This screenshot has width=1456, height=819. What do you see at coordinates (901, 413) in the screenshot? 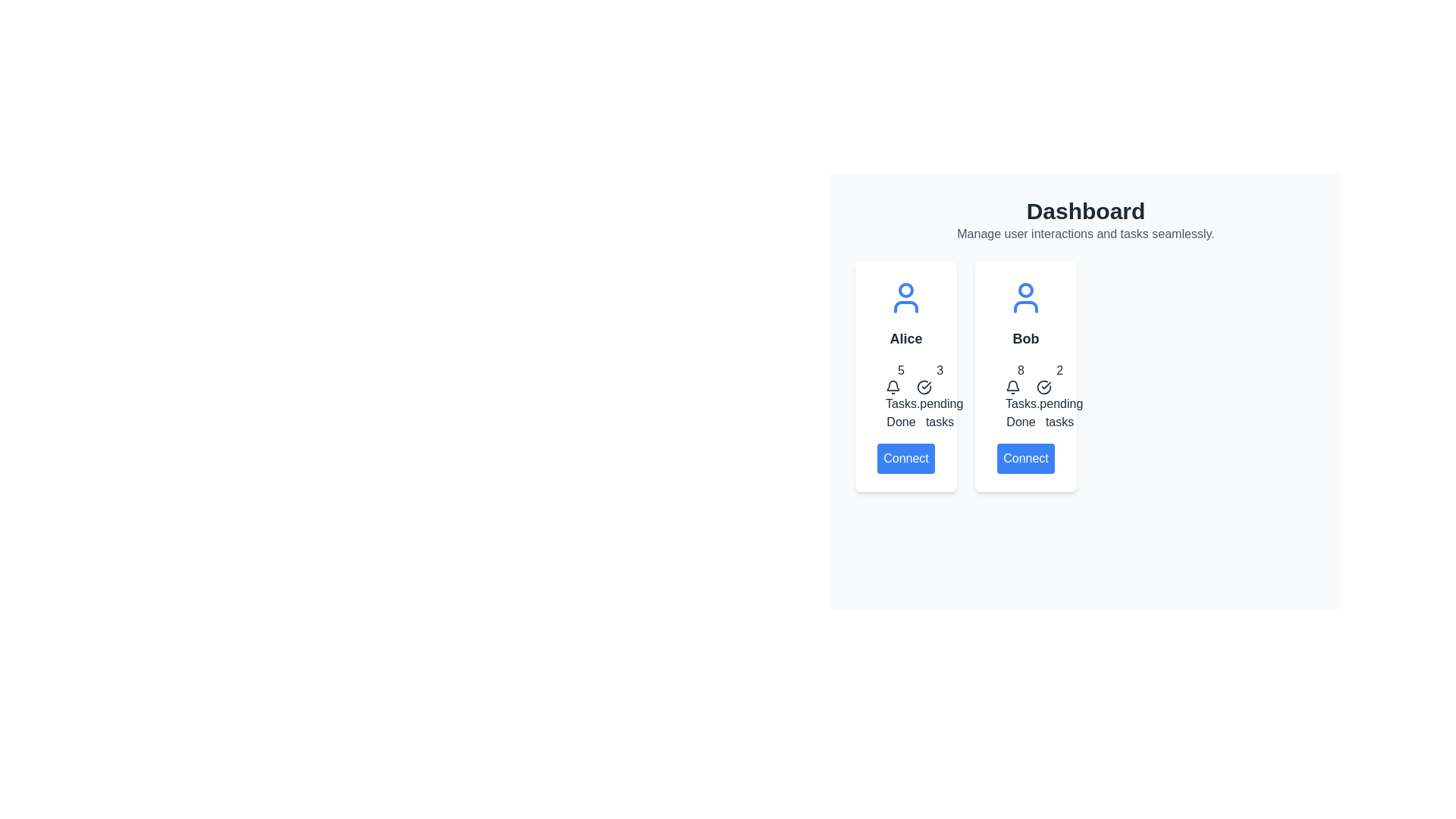
I see `the 'Tasks Done' text element located within Alice's user card, which appears below the numeric value '5' and a bell icon` at bounding box center [901, 413].